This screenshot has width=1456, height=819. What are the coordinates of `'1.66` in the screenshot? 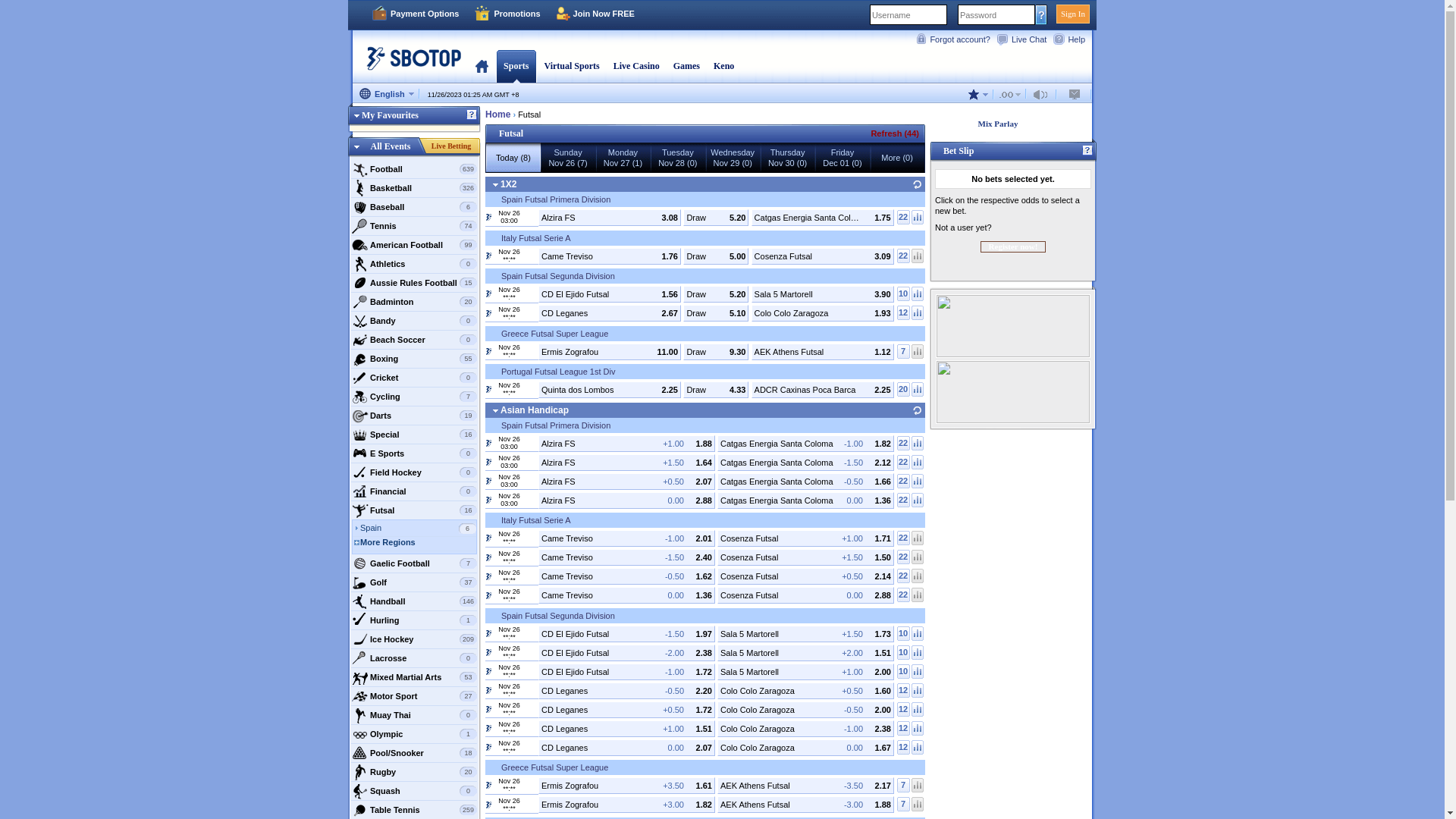 It's located at (805, 482).